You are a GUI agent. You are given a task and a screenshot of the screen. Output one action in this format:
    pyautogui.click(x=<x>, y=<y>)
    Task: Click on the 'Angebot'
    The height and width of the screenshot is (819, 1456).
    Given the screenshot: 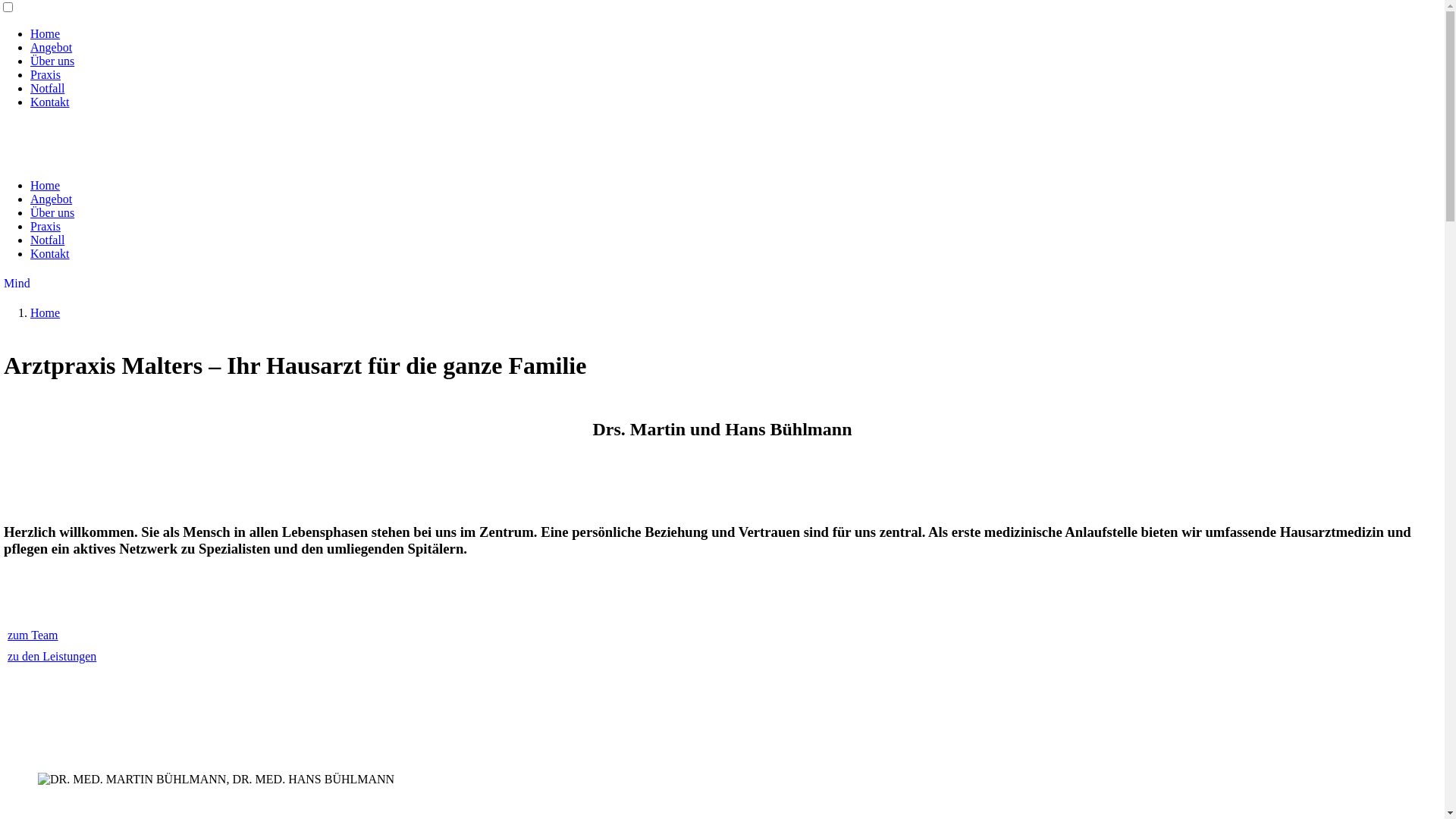 What is the action you would take?
    pyautogui.click(x=51, y=198)
    